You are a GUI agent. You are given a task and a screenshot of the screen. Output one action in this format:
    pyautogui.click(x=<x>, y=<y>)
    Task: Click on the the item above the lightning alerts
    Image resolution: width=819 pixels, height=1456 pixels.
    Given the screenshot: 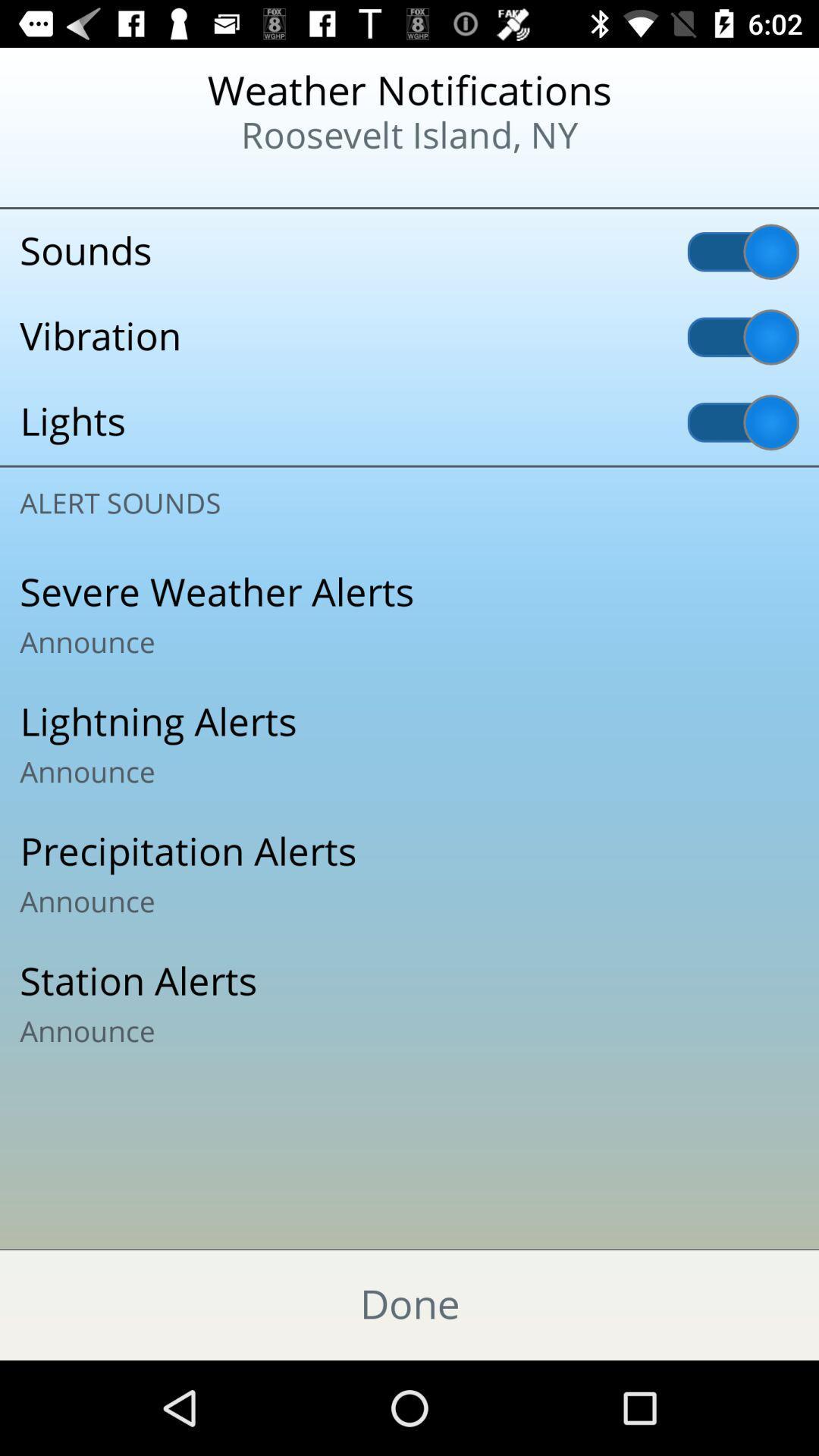 What is the action you would take?
    pyautogui.click(x=409, y=615)
    